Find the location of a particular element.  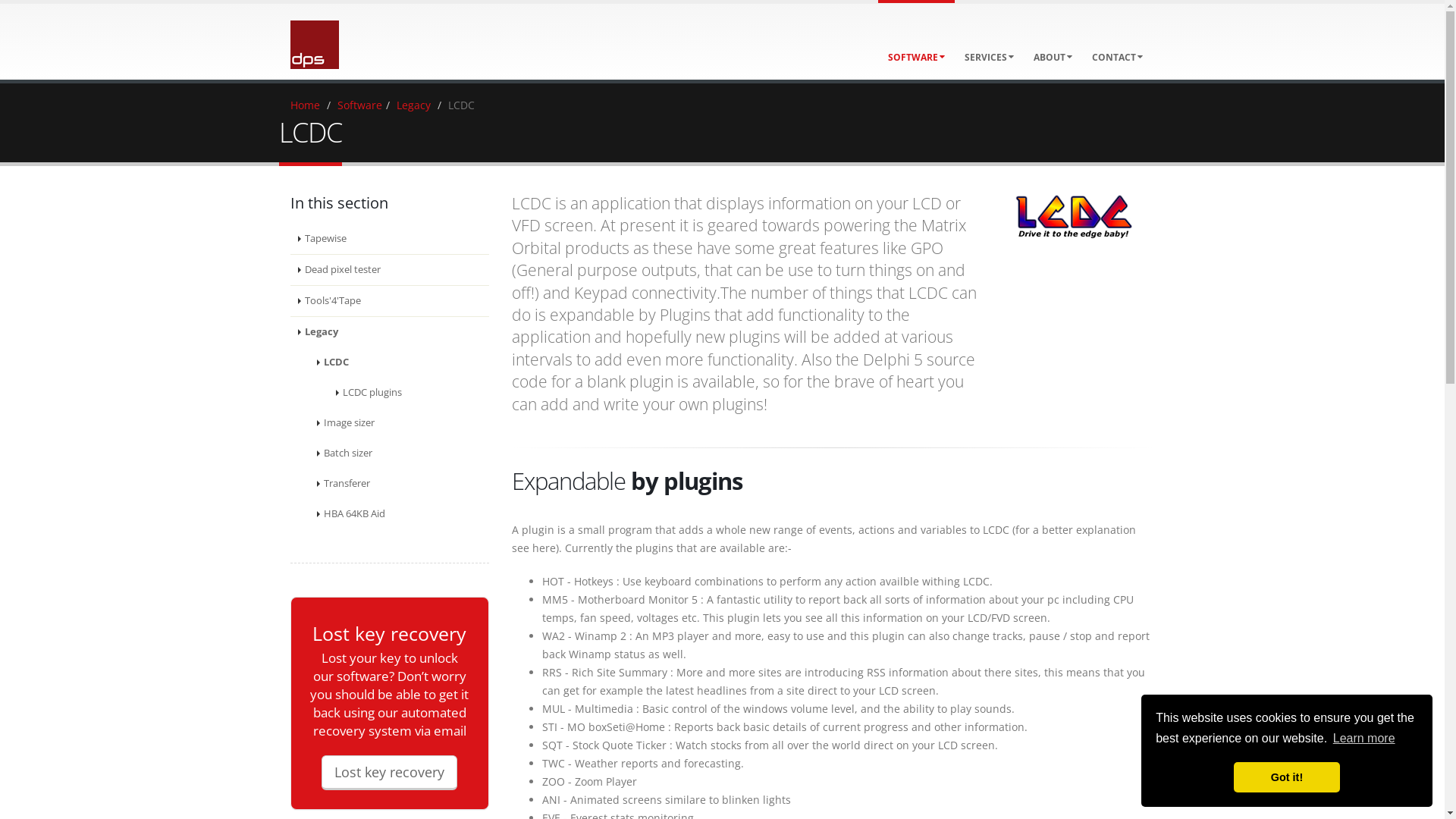

'Lost key recovery' is located at coordinates (389, 772).